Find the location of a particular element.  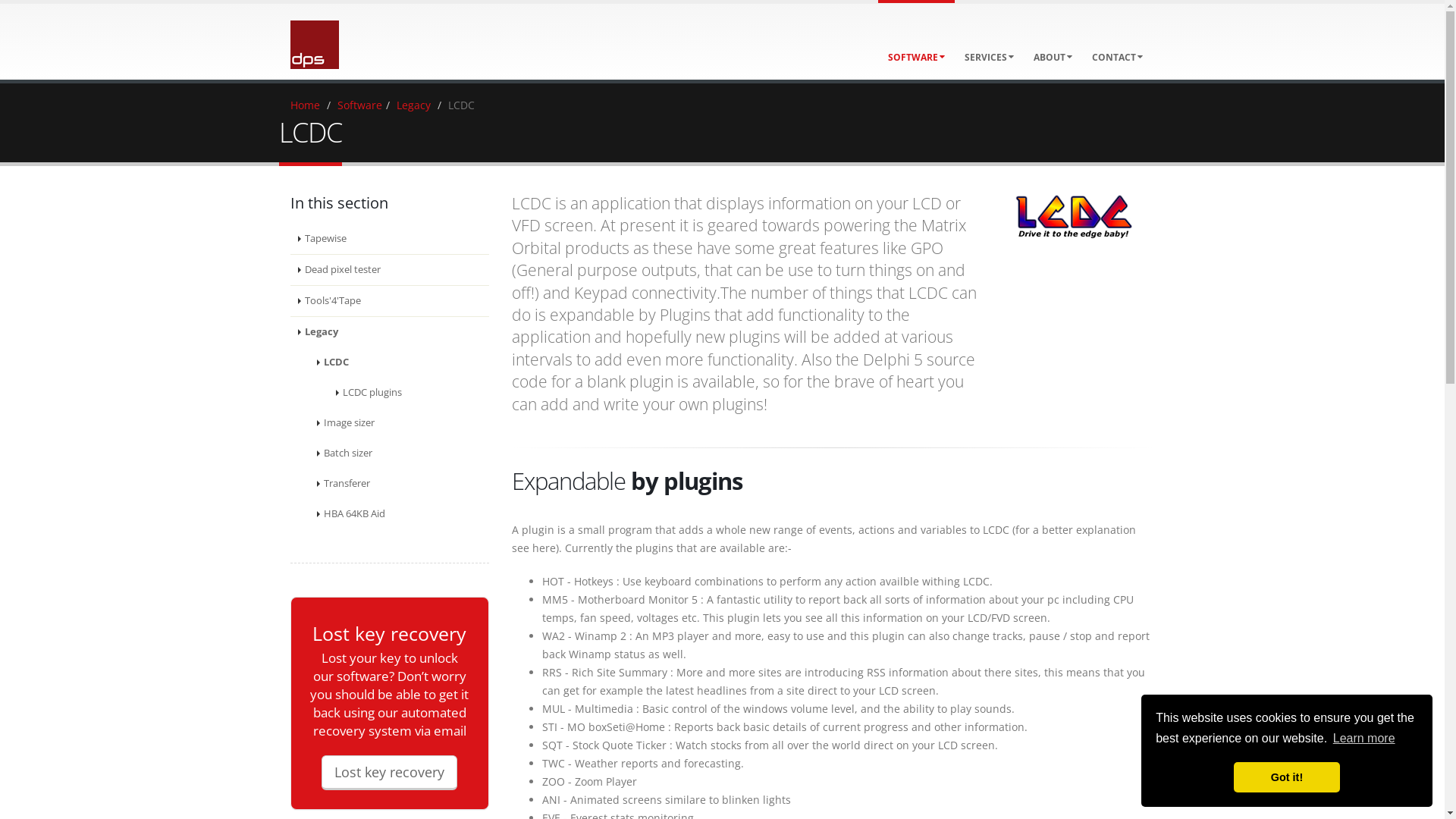

'Lost key recovery' is located at coordinates (389, 772).